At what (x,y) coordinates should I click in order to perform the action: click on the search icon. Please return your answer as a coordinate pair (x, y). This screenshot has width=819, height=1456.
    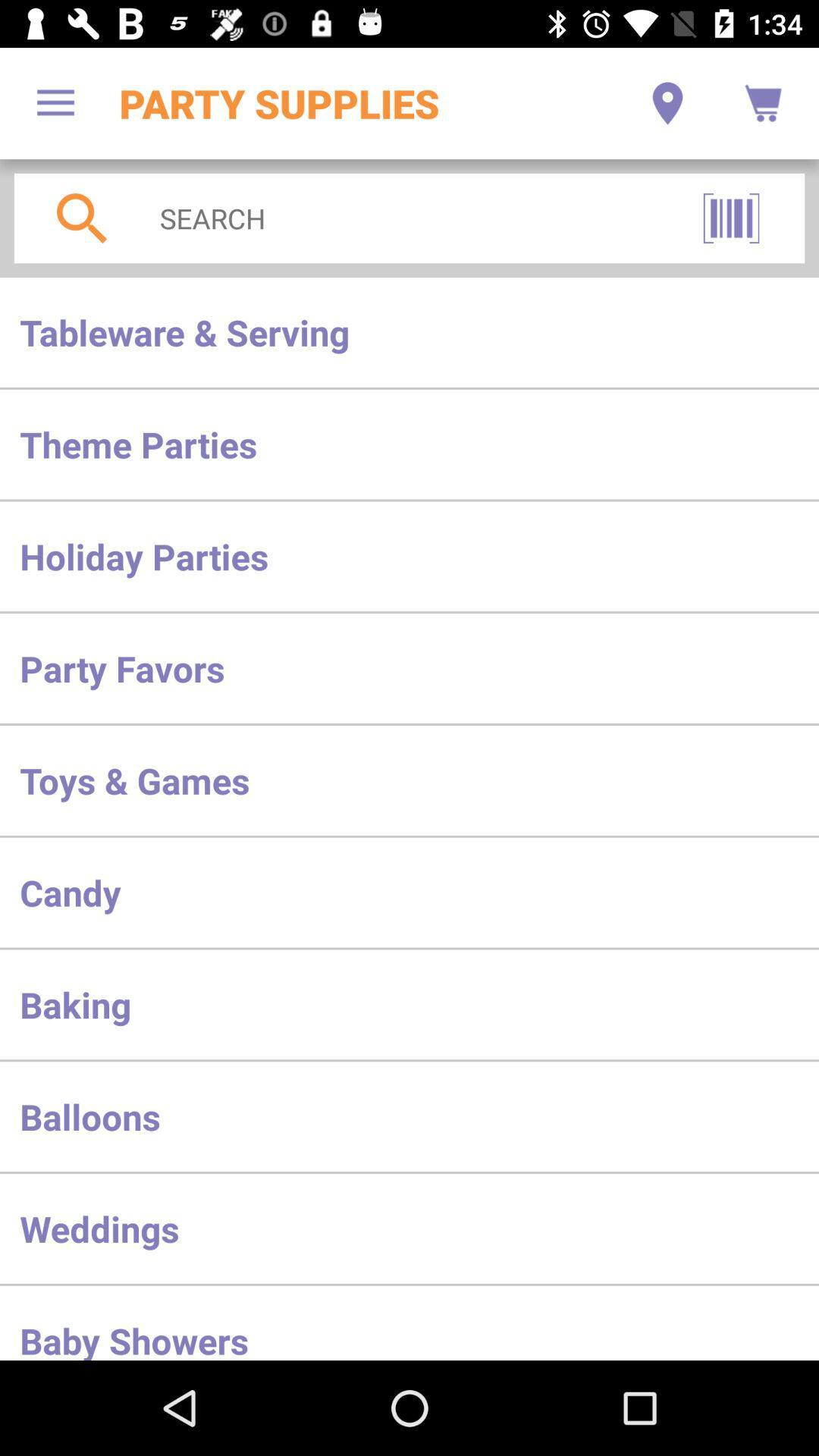
    Looking at the image, I should click on (82, 218).